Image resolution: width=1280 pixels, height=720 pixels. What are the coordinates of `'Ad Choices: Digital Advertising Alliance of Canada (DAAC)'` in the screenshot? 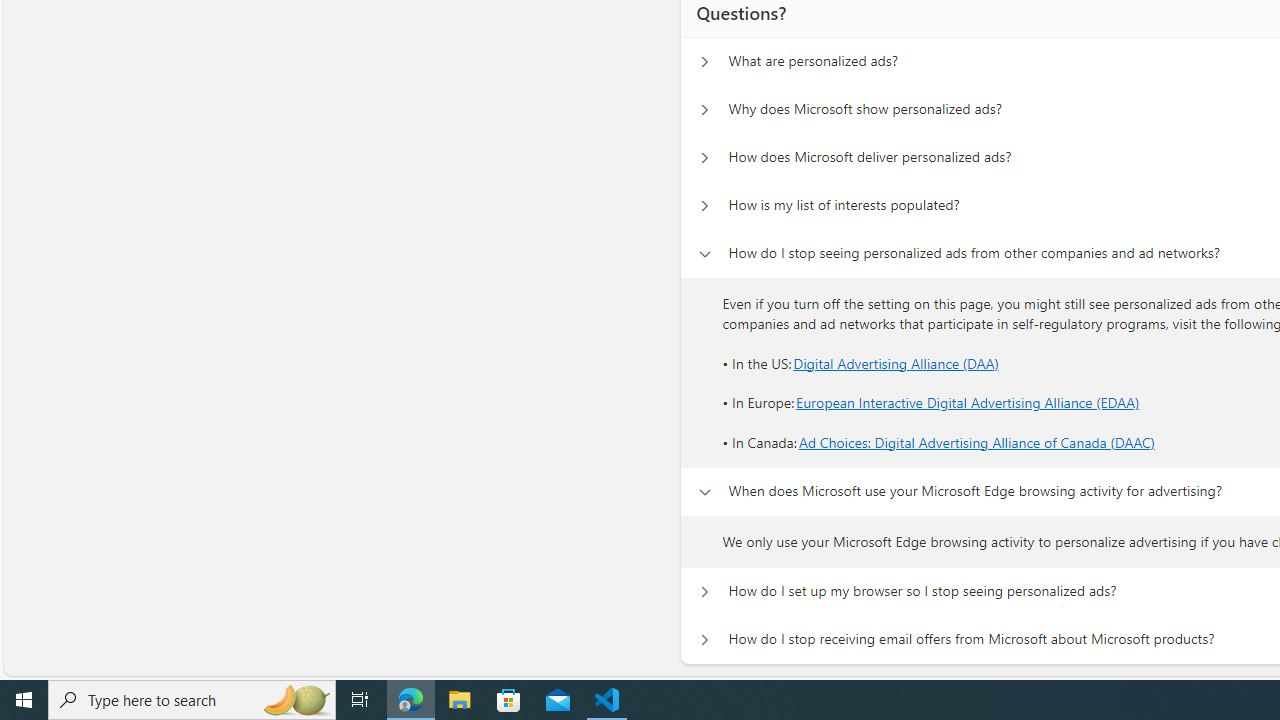 It's located at (976, 441).